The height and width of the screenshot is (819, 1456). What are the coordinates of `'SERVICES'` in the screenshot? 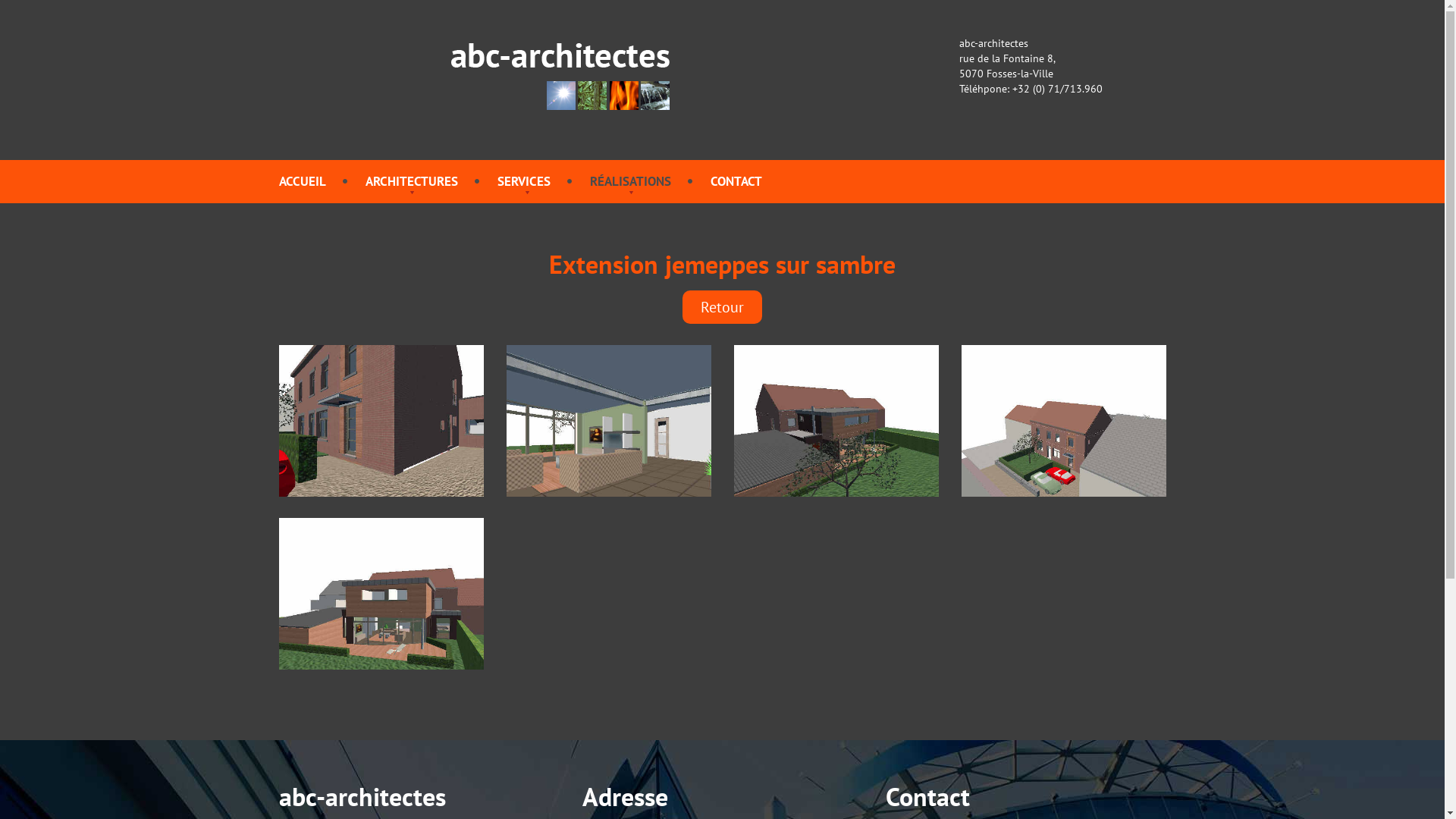 It's located at (524, 180).